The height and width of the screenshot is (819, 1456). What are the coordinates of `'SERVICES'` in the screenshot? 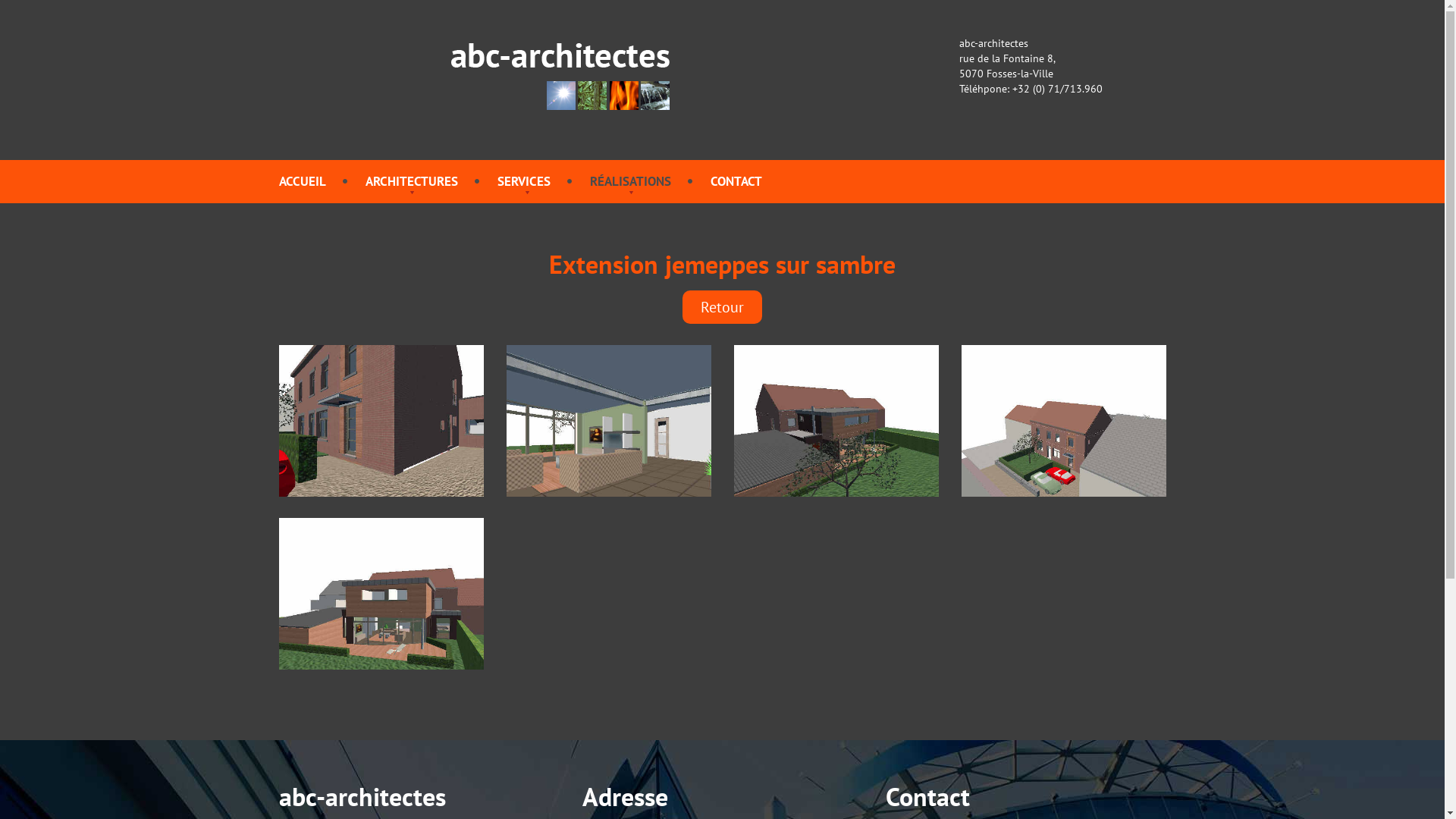 It's located at (524, 180).